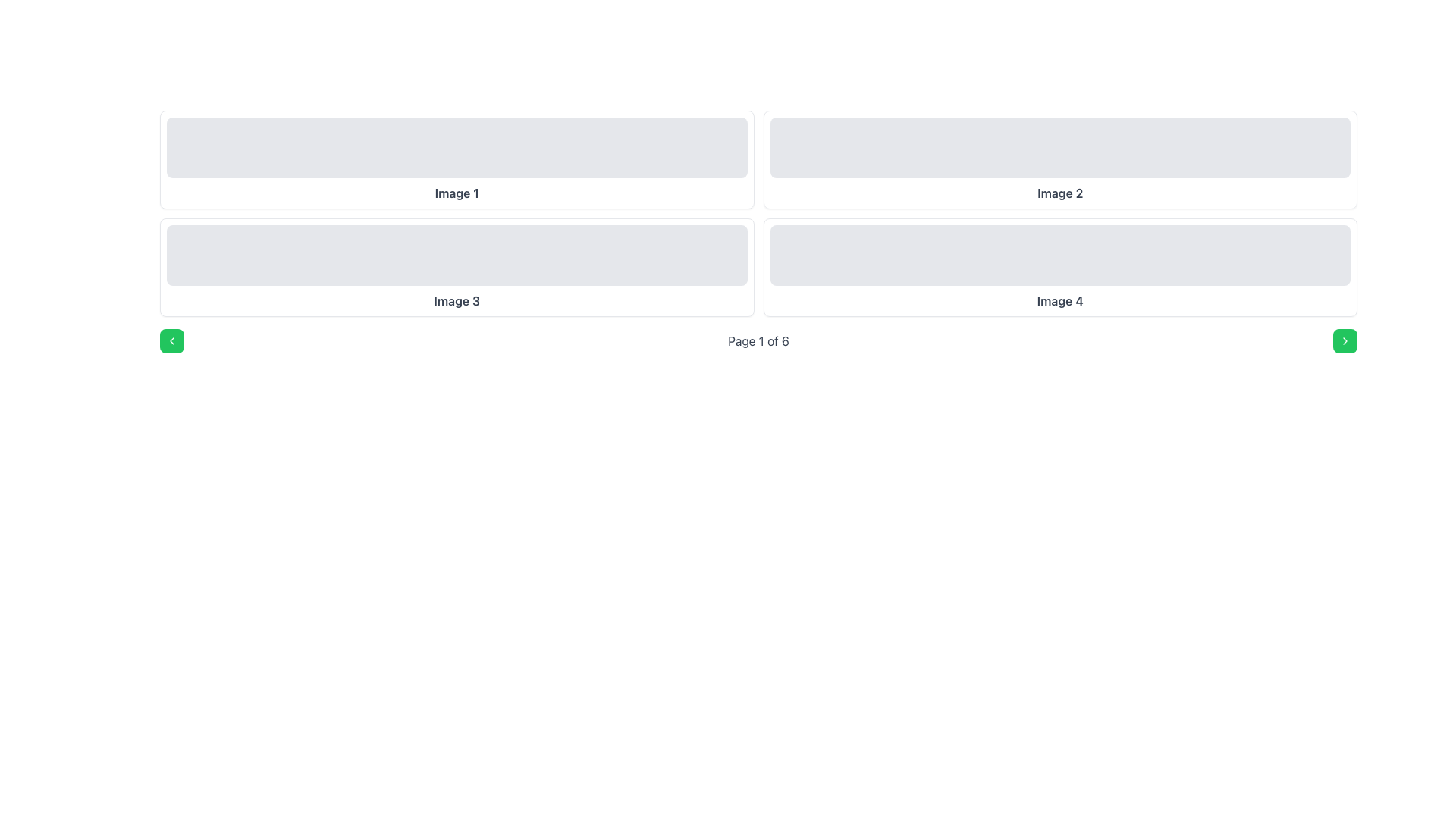 This screenshot has width=1456, height=819. Describe the element at coordinates (758, 341) in the screenshot. I see `the 'Page 1 of 6' text label located at the bottom of the grid layout, centered between two green navigation buttons` at that location.